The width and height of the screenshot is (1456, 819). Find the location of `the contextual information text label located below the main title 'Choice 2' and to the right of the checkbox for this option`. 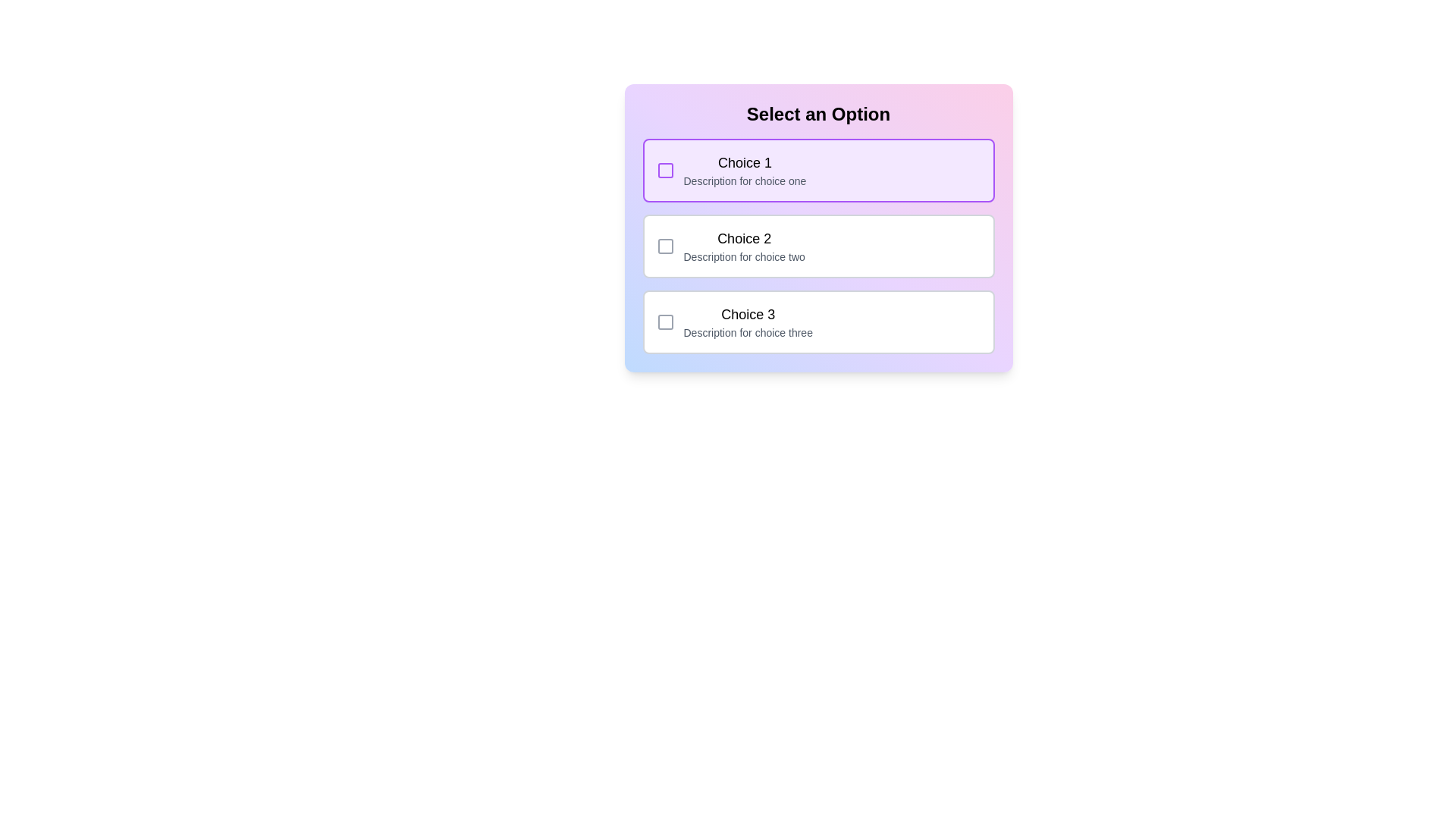

the contextual information text label located below the main title 'Choice 2' and to the right of the checkbox for this option is located at coordinates (744, 256).